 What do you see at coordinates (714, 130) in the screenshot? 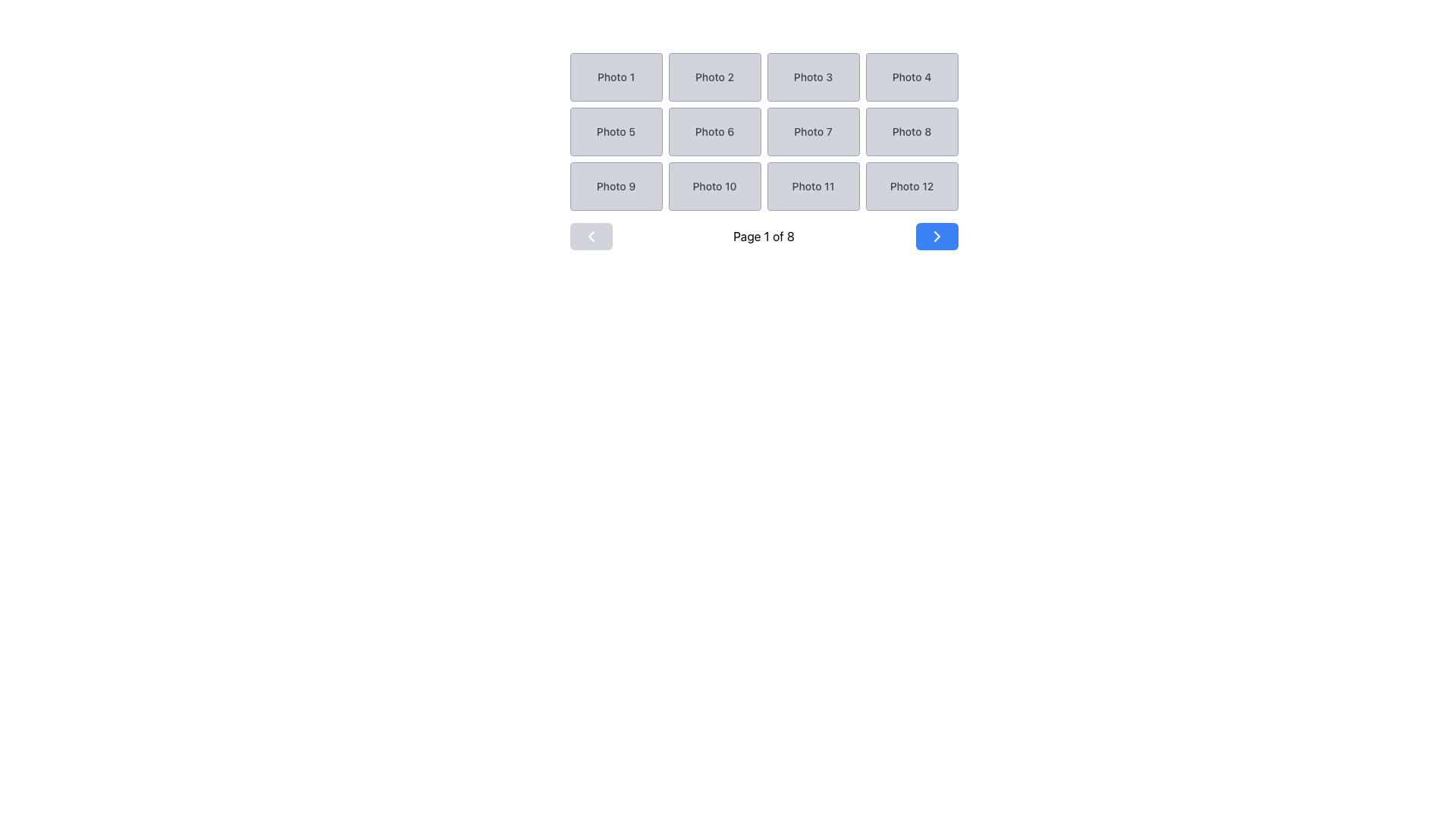
I see `the button representing 'Photo 6' located in the second row, second column of the grid layout` at bounding box center [714, 130].